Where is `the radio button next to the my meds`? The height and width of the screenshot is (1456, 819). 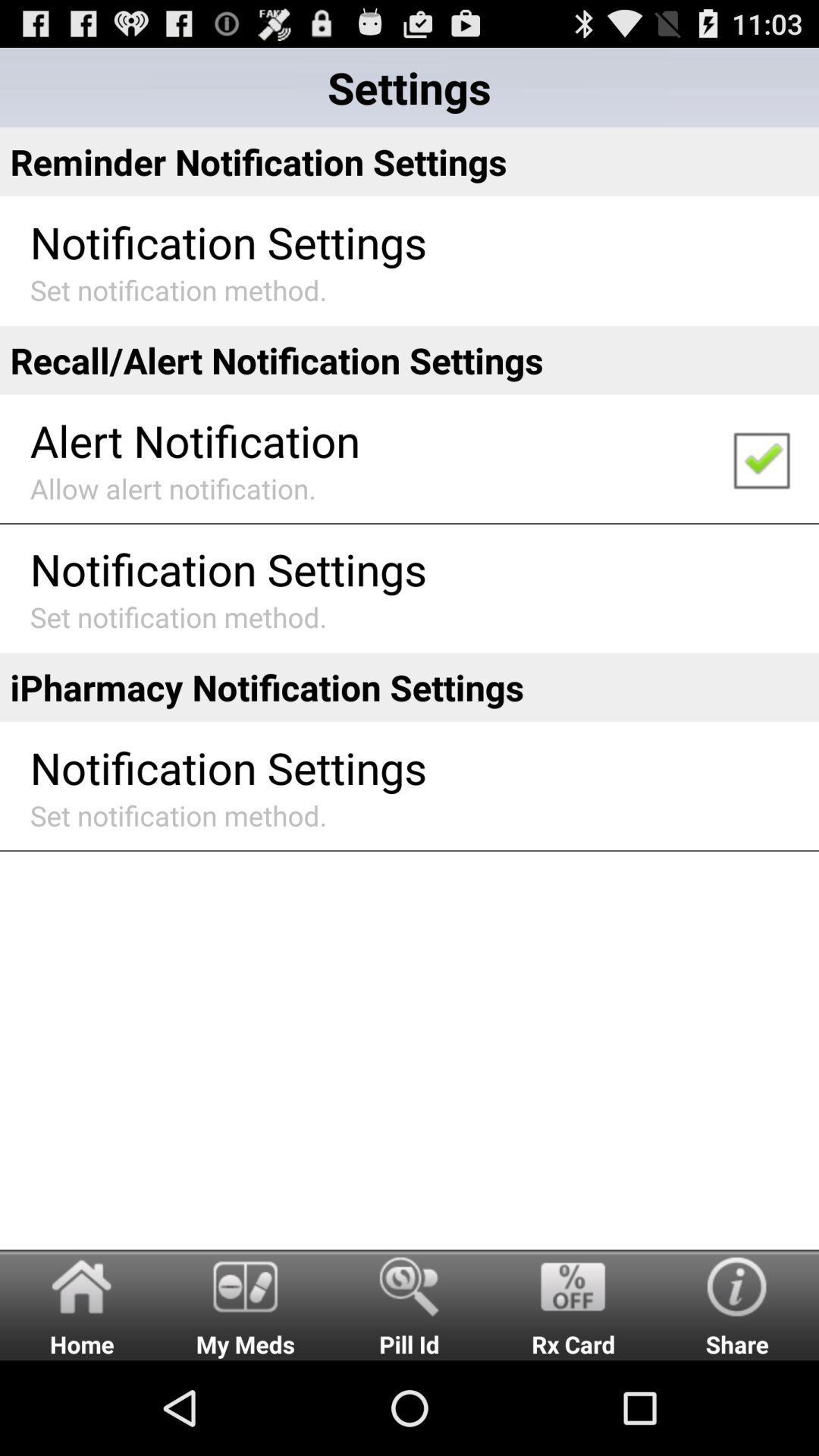 the radio button next to the my meds is located at coordinates (82, 1304).